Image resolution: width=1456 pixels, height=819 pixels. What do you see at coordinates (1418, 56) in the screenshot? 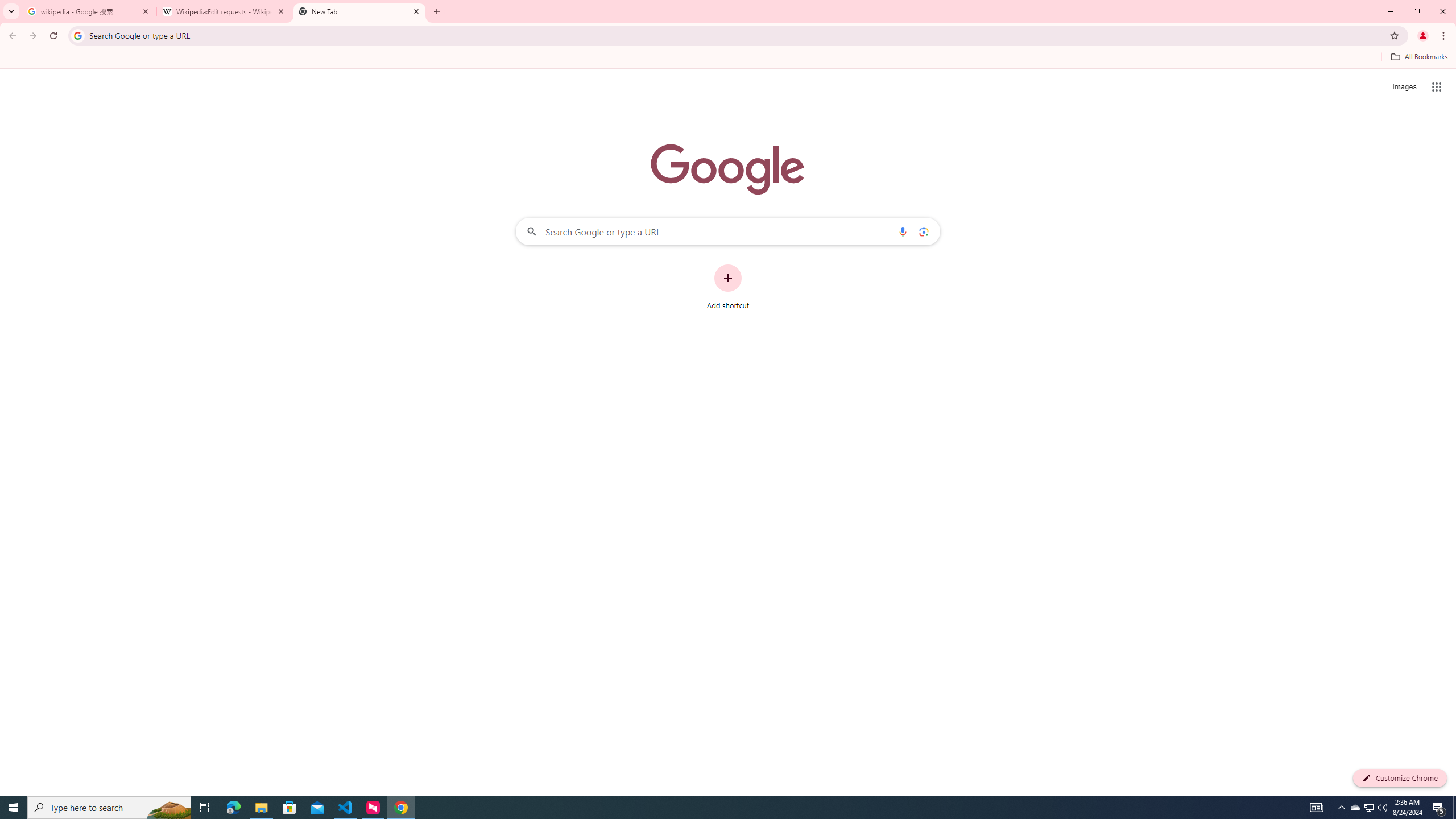
I see `'All Bookmarks'` at bounding box center [1418, 56].